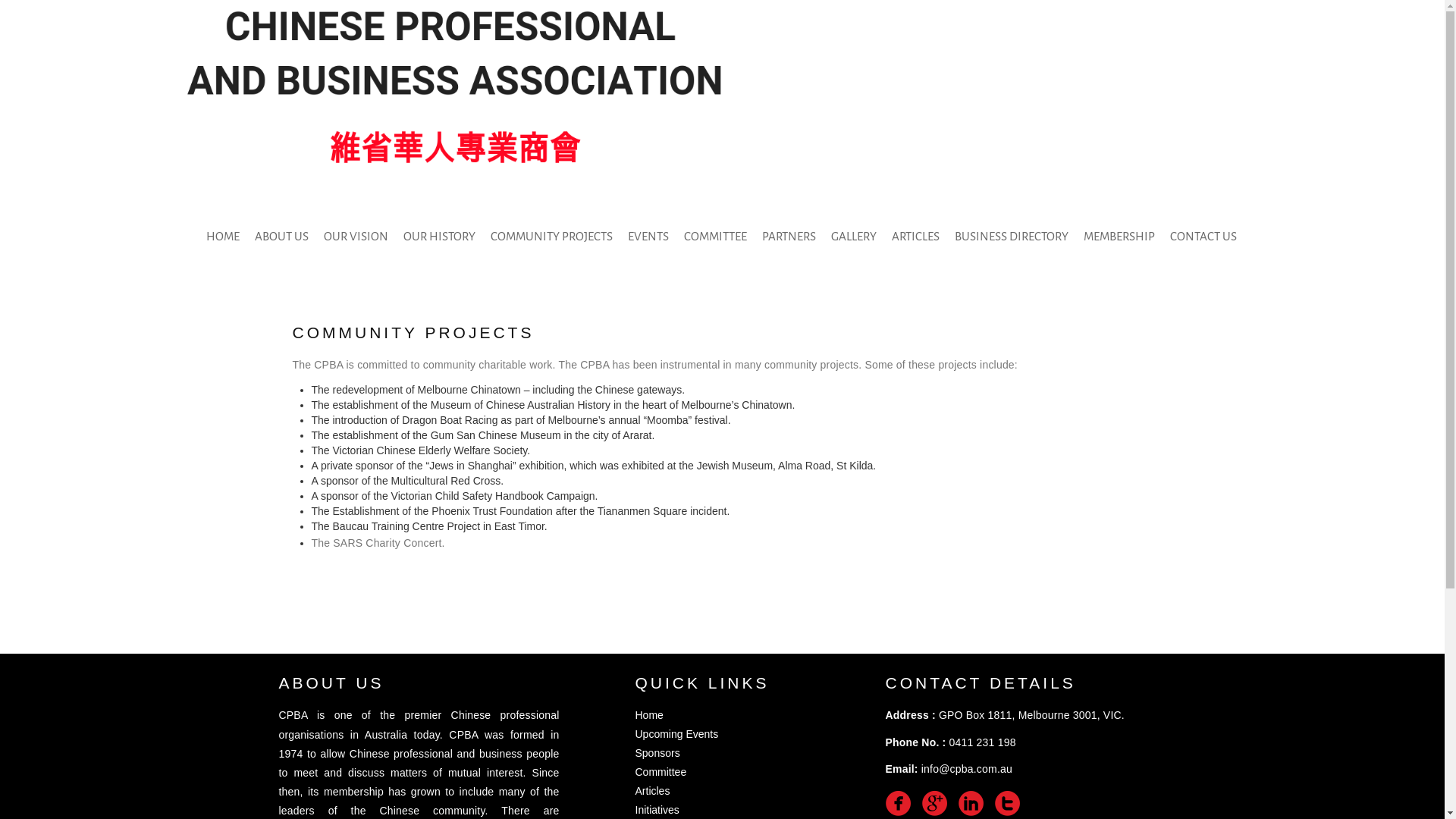  Describe the element at coordinates (1119, 237) in the screenshot. I see `'MEMBERSHIP'` at that location.